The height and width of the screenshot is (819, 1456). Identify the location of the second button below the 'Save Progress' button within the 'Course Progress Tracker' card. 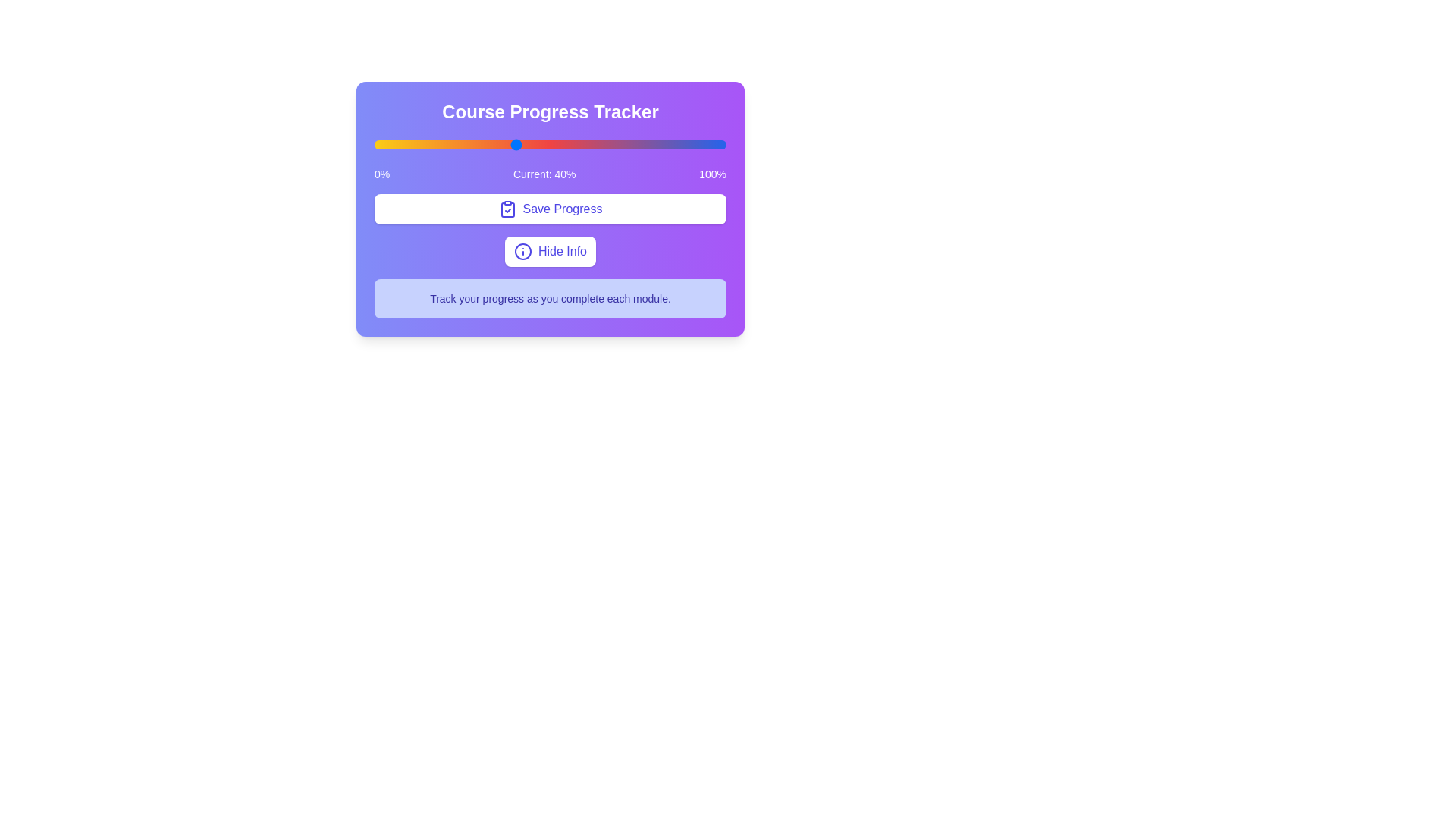
(549, 250).